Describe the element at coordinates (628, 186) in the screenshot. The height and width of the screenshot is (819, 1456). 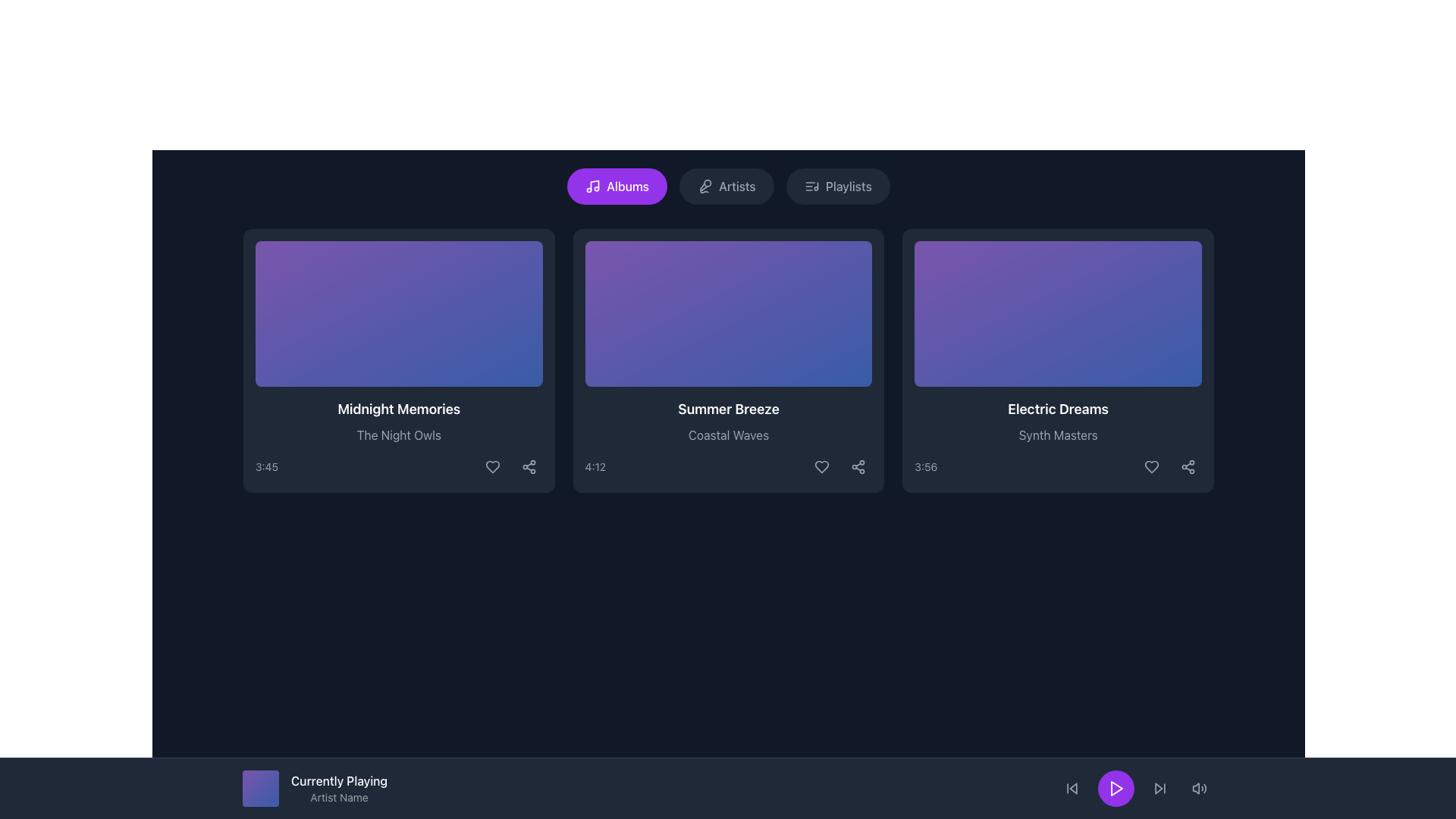
I see `the 'Albums' text label` at that location.